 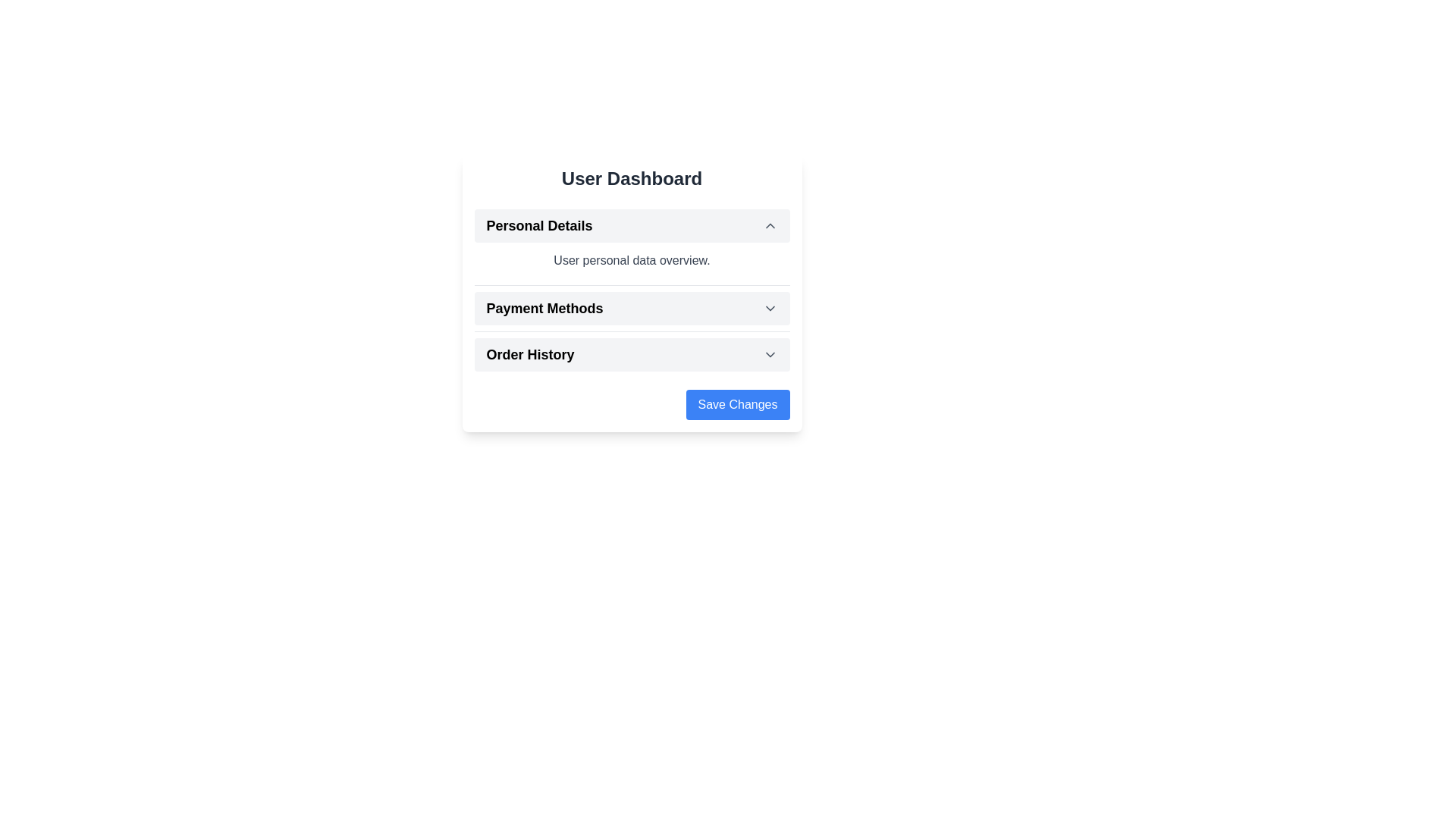 I want to click on the 'Payment Methods' label, which is a bold text string located centrally in the second option of a vertical menu, between 'Personal Details' and 'Order History', so click(x=544, y=308).